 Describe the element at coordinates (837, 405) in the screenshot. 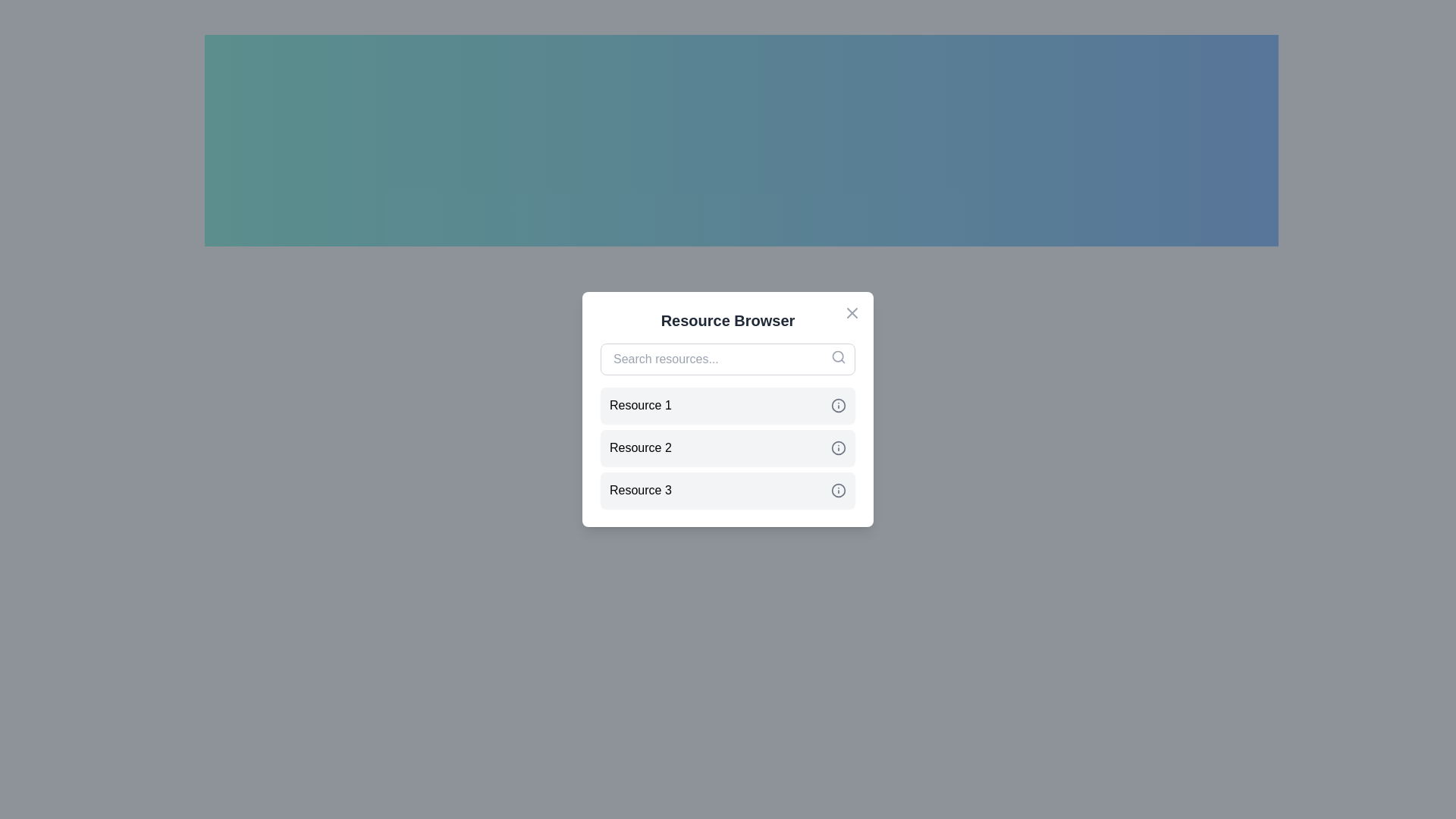

I see `the Decorative SVG Circle, which visually represents an aspect of the associated resource and is part of the information icon group located to the right of 'Resource 1'` at that location.